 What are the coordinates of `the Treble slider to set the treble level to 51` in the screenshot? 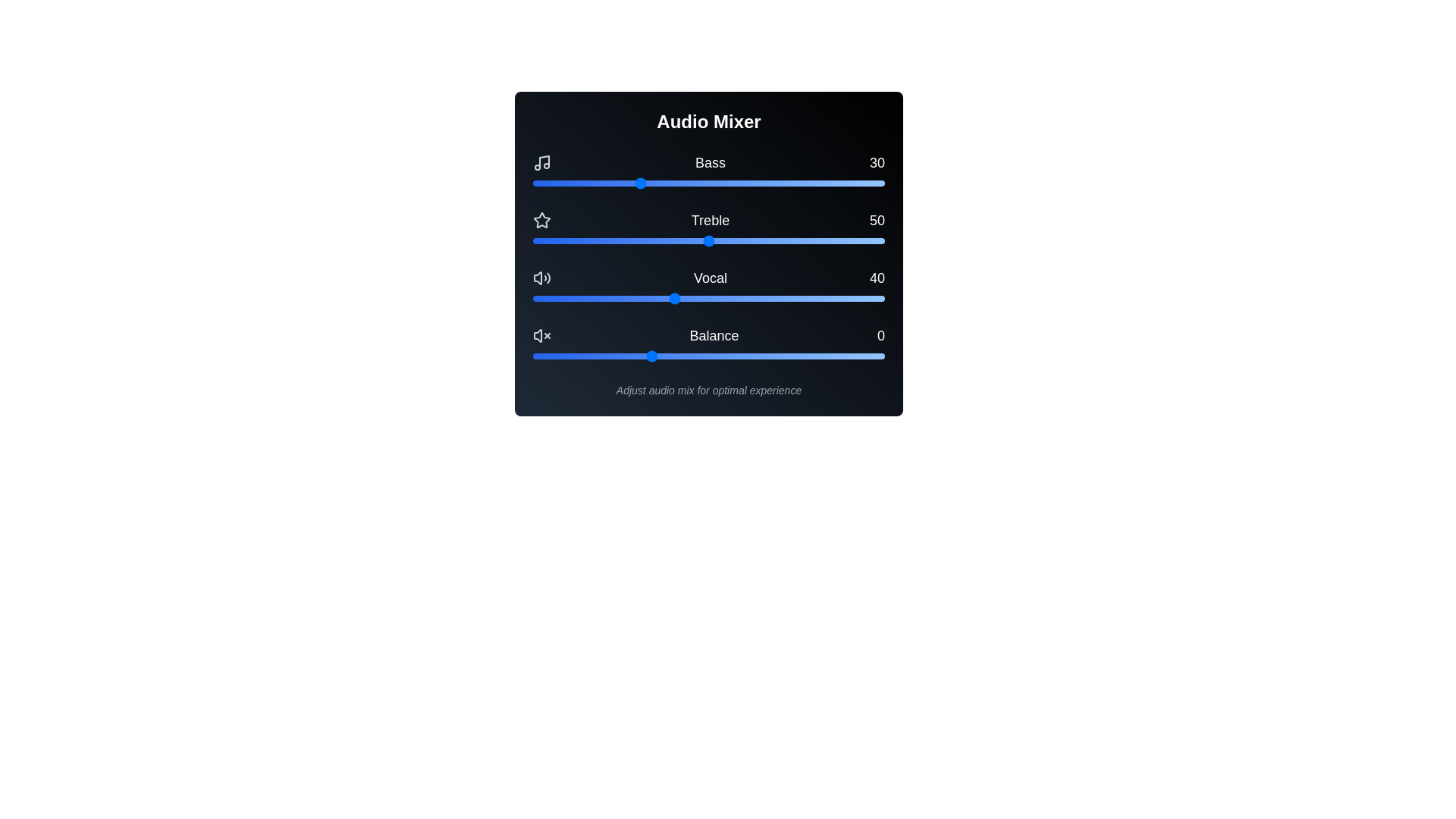 It's located at (711, 240).